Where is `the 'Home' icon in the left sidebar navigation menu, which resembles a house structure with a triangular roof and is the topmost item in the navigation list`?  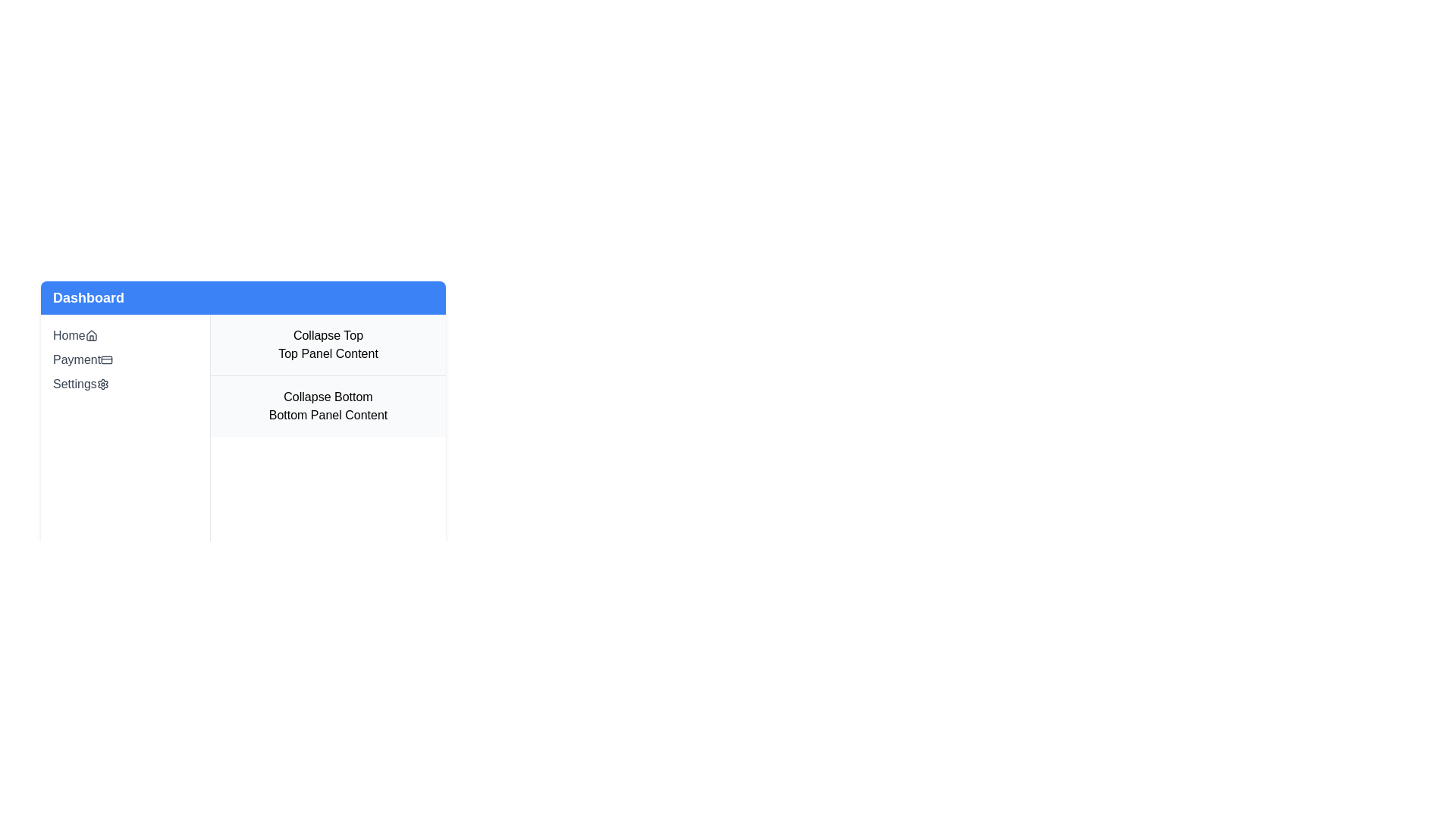 the 'Home' icon in the left sidebar navigation menu, which resembles a house structure with a triangular roof and is the topmost item in the navigation list is located at coordinates (90, 334).